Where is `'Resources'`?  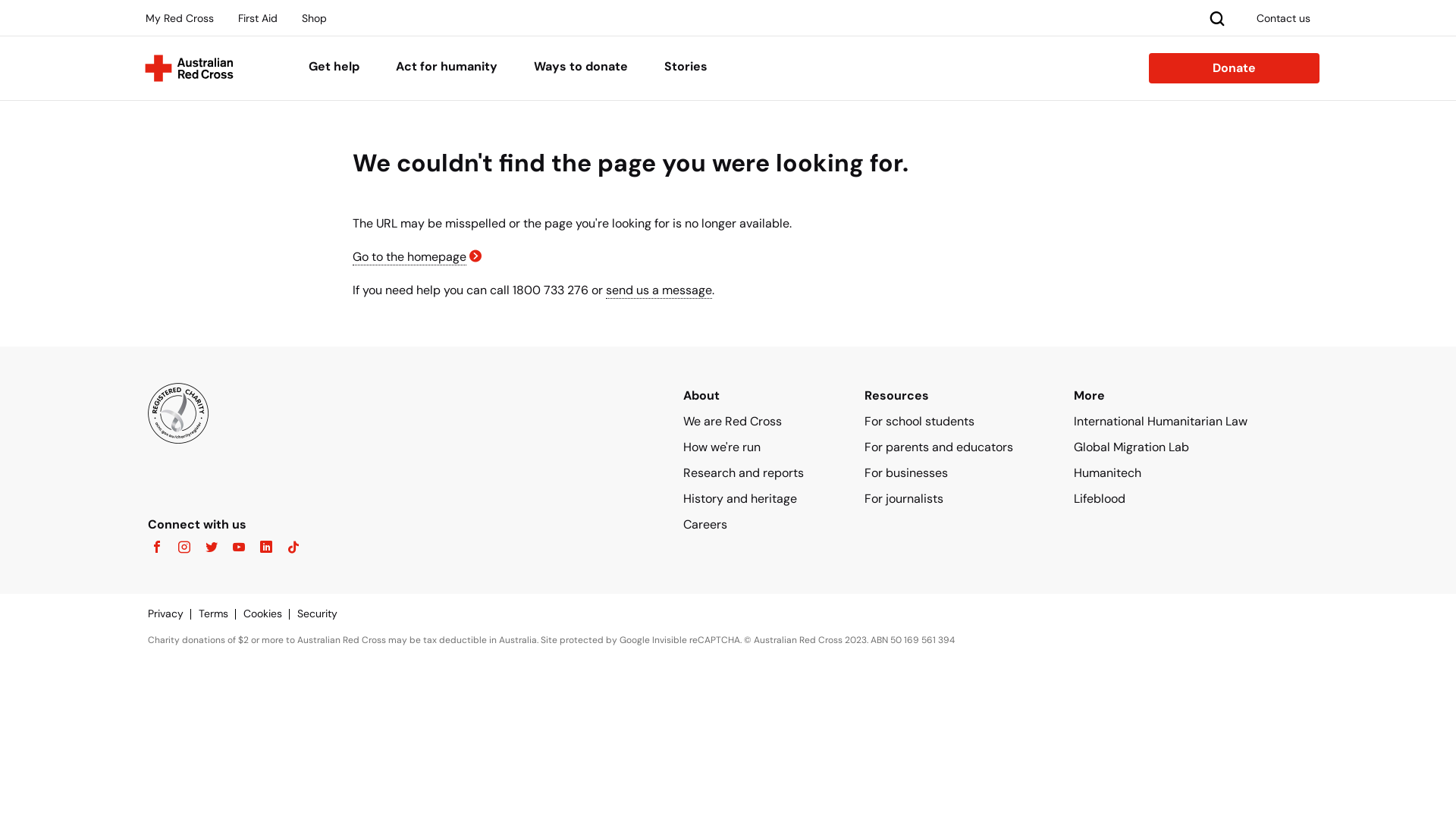 'Resources' is located at coordinates (896, 394).